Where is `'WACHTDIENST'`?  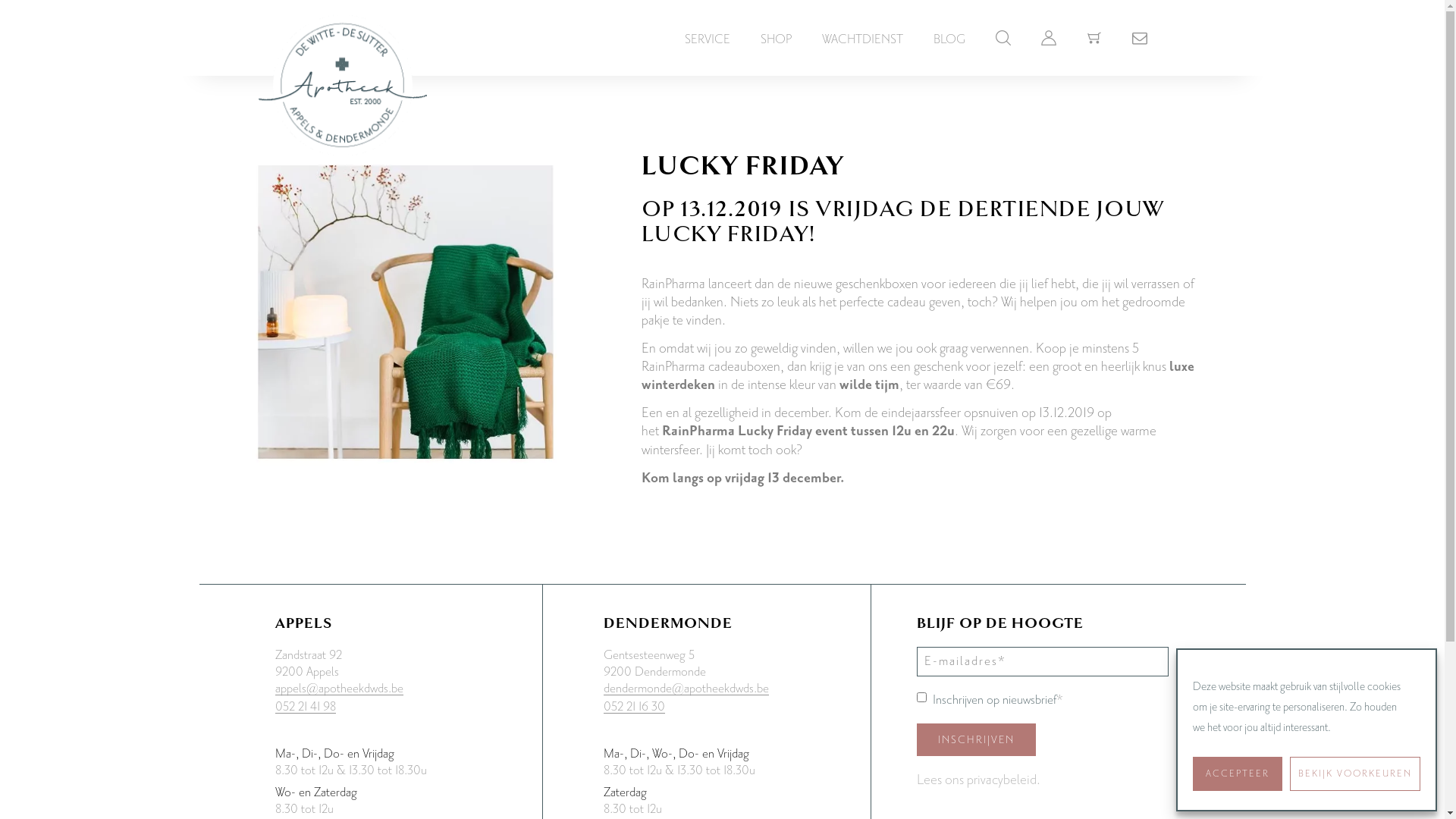 'WACHTDIENST' is located at coordinates (862, 38).